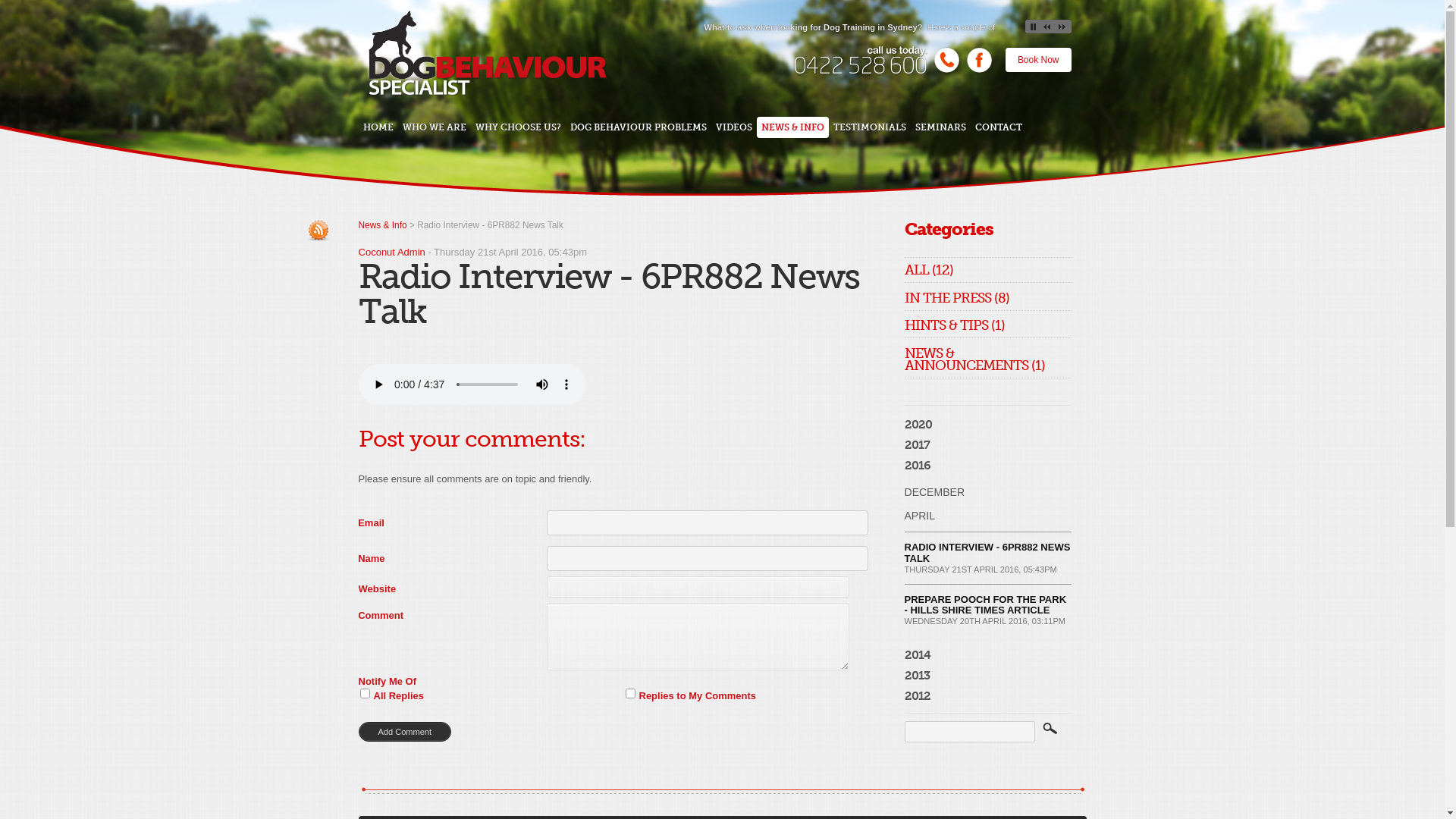 Image resolution: width=1456 pixels, height=819 pixels. What do you see at coordinates (998, 127) in the screenshot?
I see `'CONTACT'` at bounding box center [998, 127].